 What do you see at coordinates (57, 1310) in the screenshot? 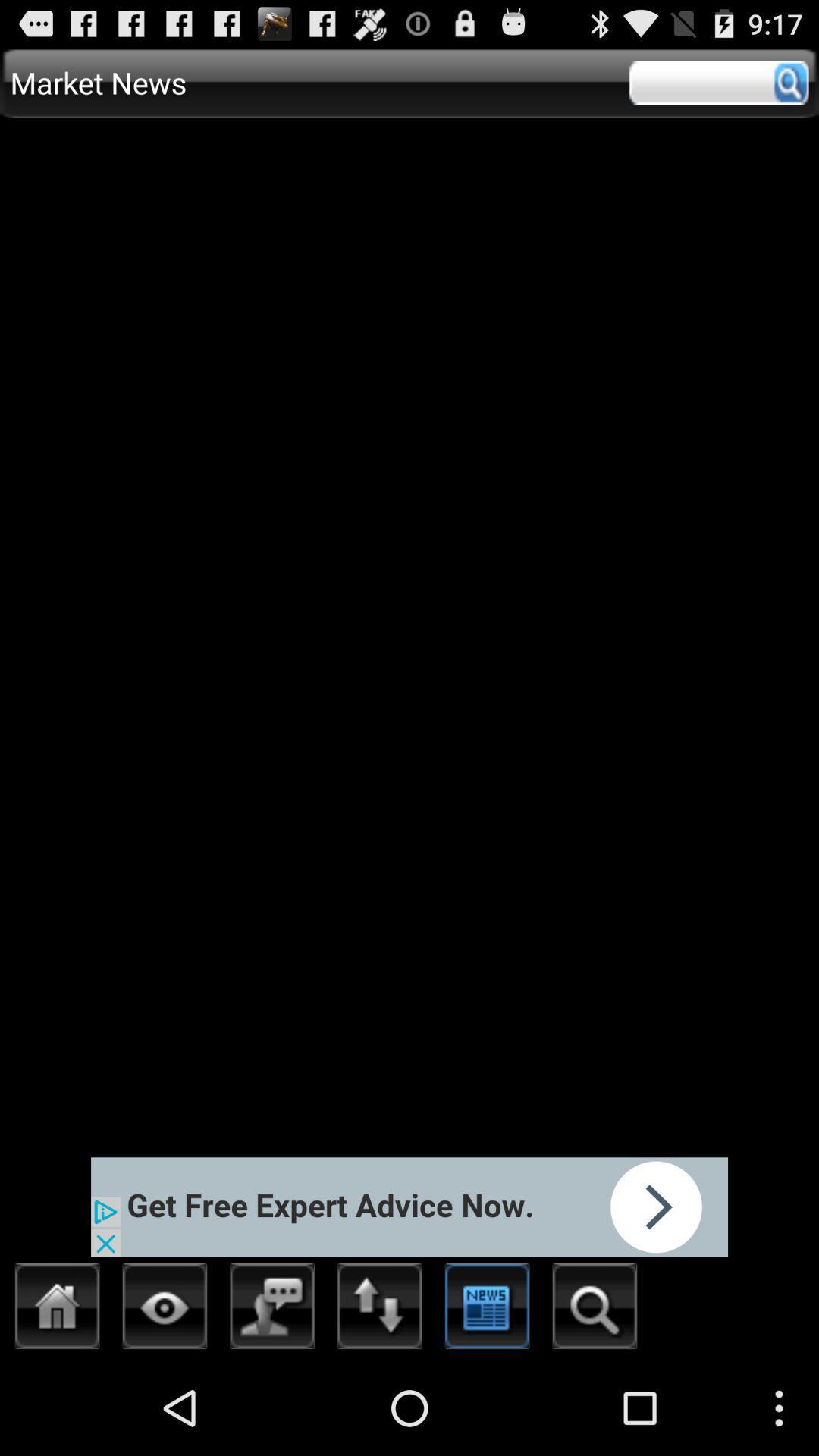
I see `home` at bounding box center [57, 1310].